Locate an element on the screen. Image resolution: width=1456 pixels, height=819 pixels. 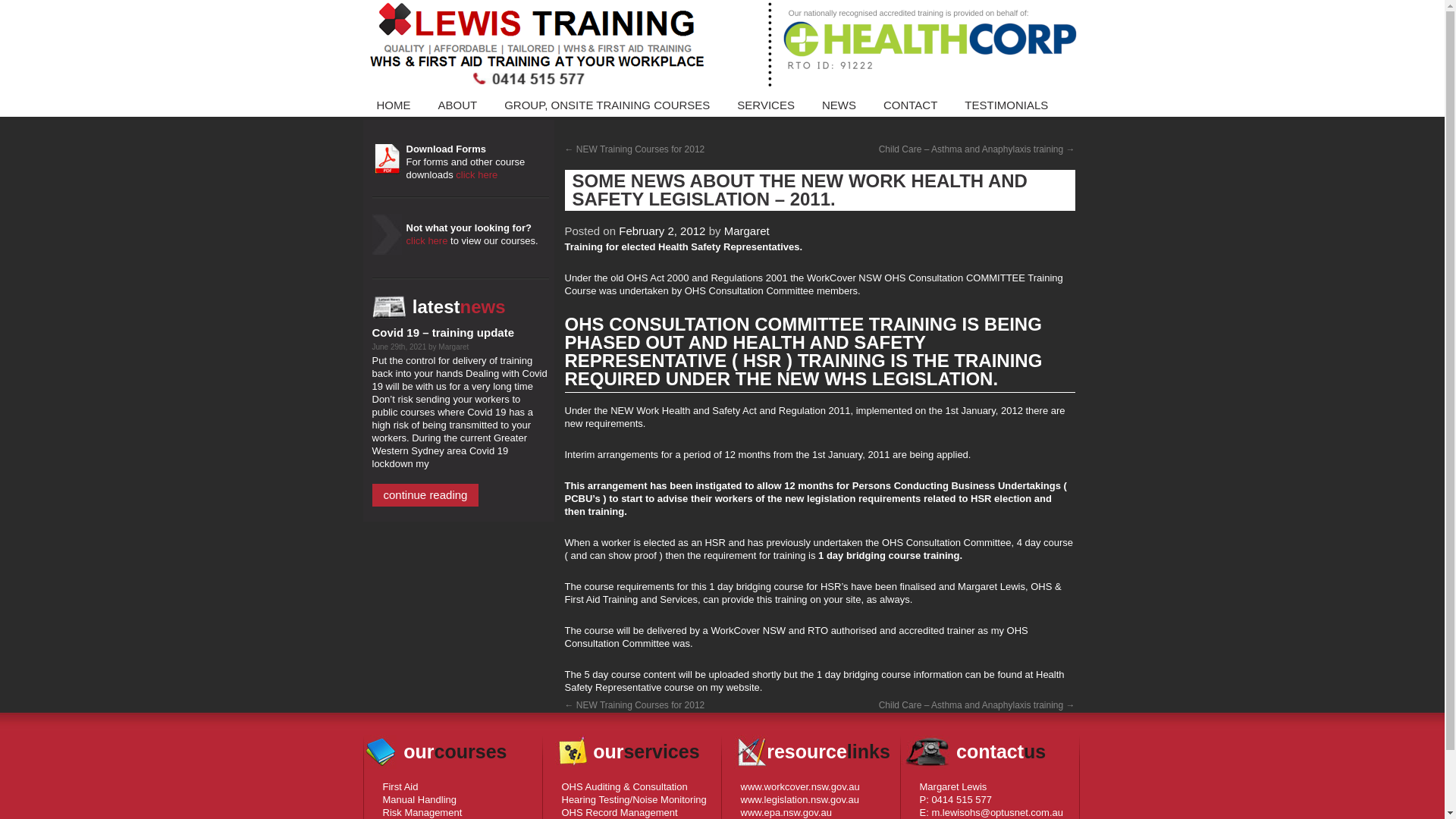
'HOME' is located at coordinates (393, 104).